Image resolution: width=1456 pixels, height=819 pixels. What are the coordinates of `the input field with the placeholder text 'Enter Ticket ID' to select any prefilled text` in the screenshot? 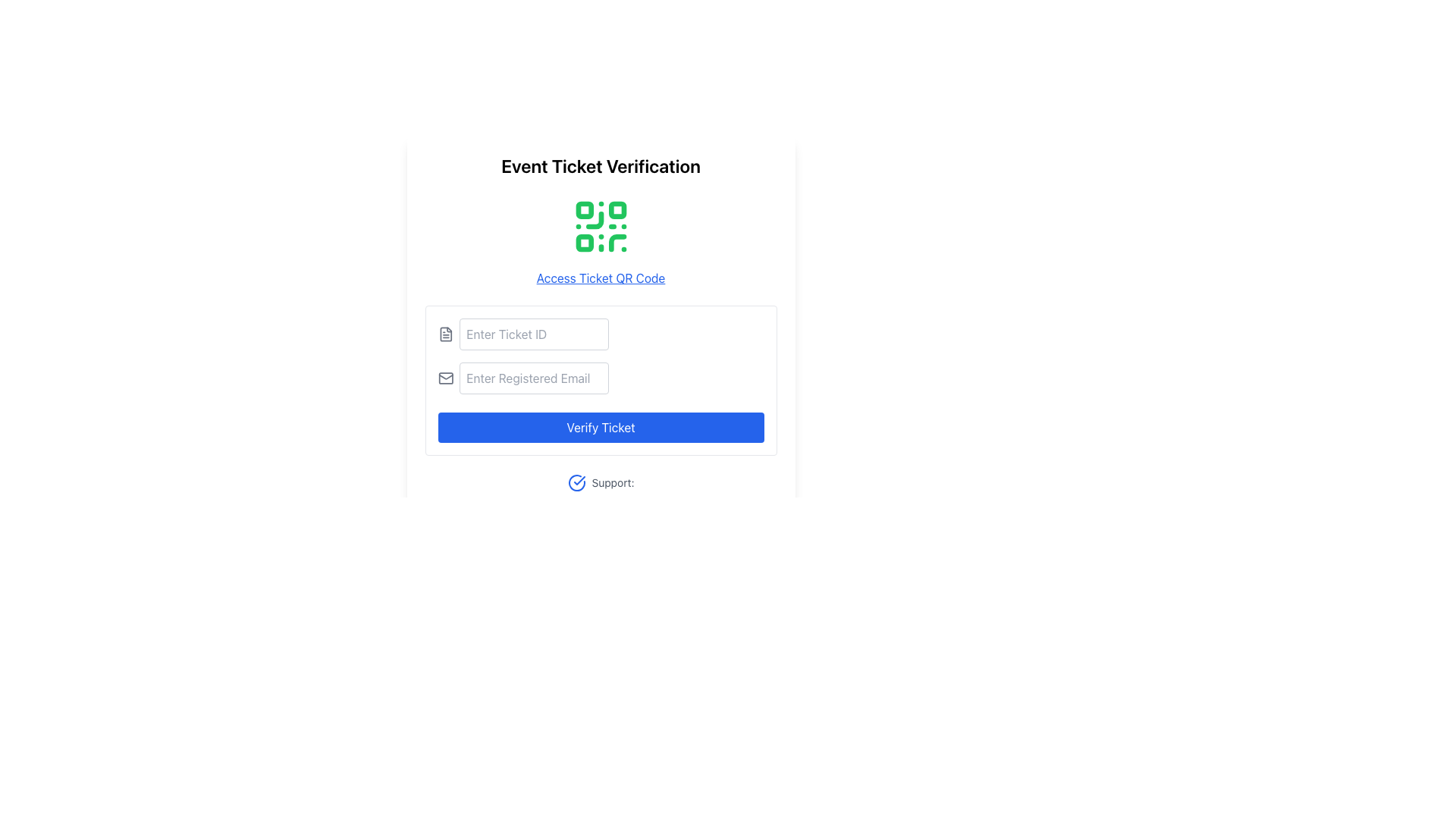 It's located at (534, 333).